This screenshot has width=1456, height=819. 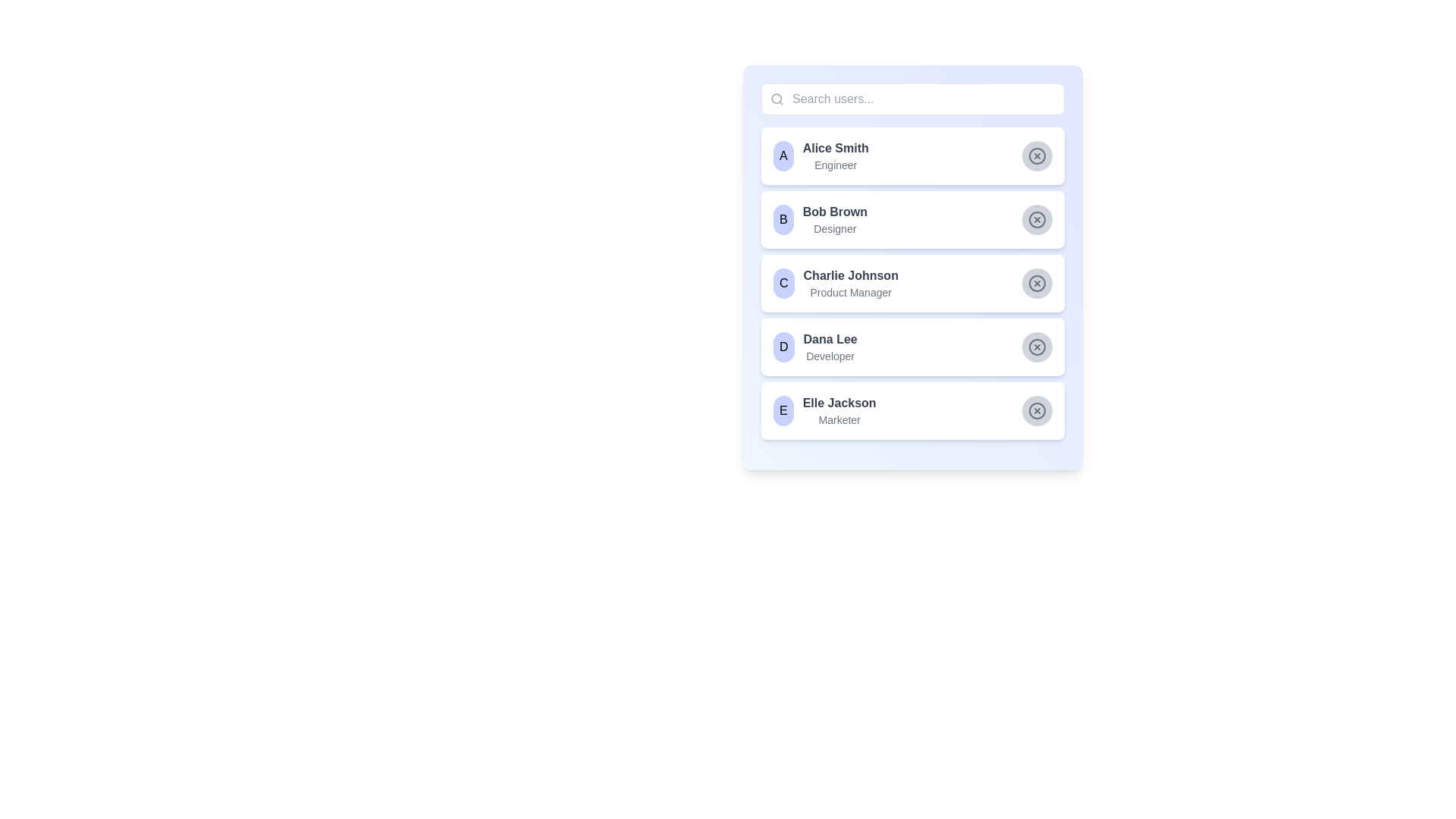 I want to click on the circular lens of the magnifying glass in the search icon located at the top-left corner of the interface, so click(x=777, y=99).